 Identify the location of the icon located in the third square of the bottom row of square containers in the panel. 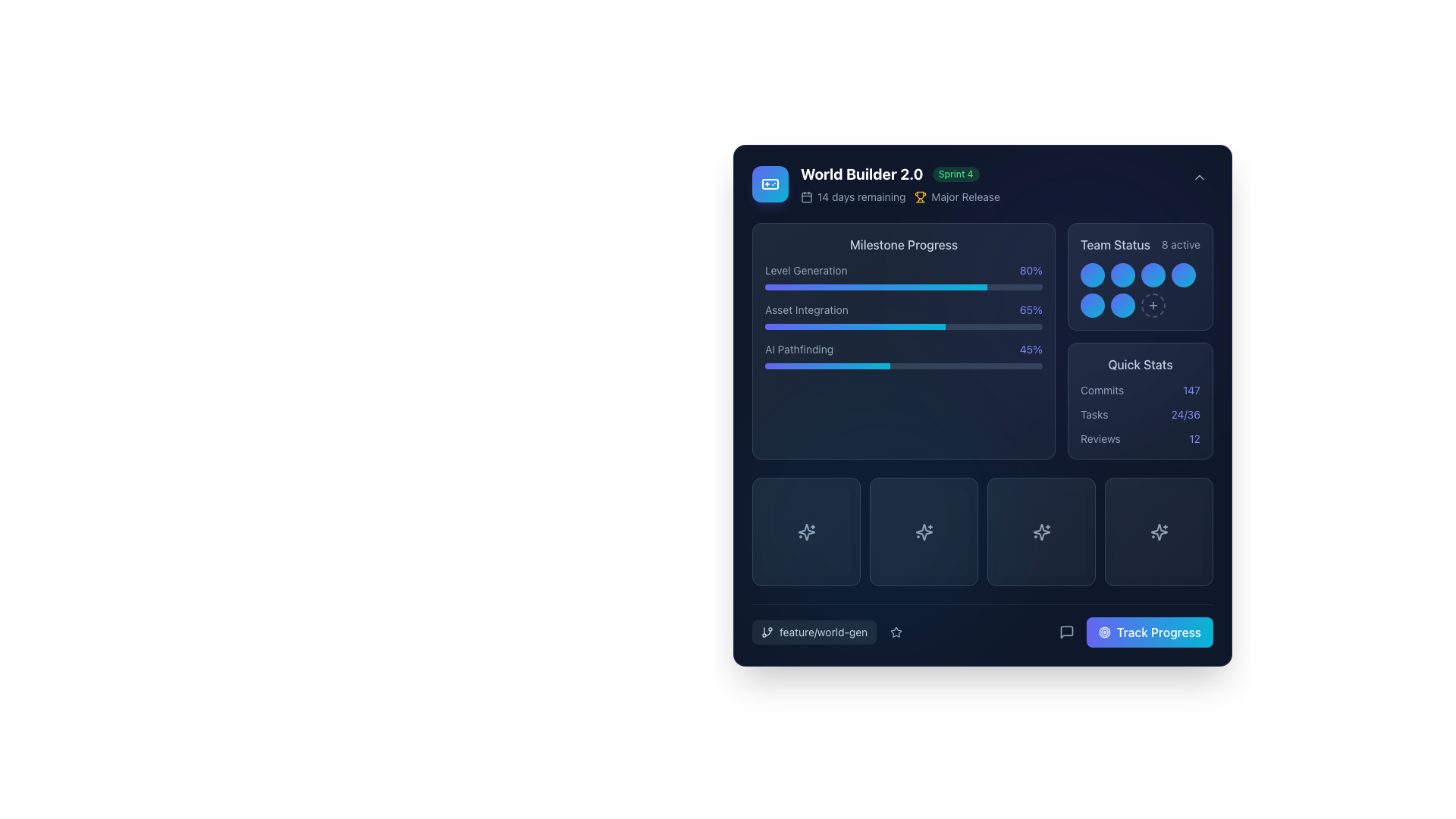
(1040, 531).